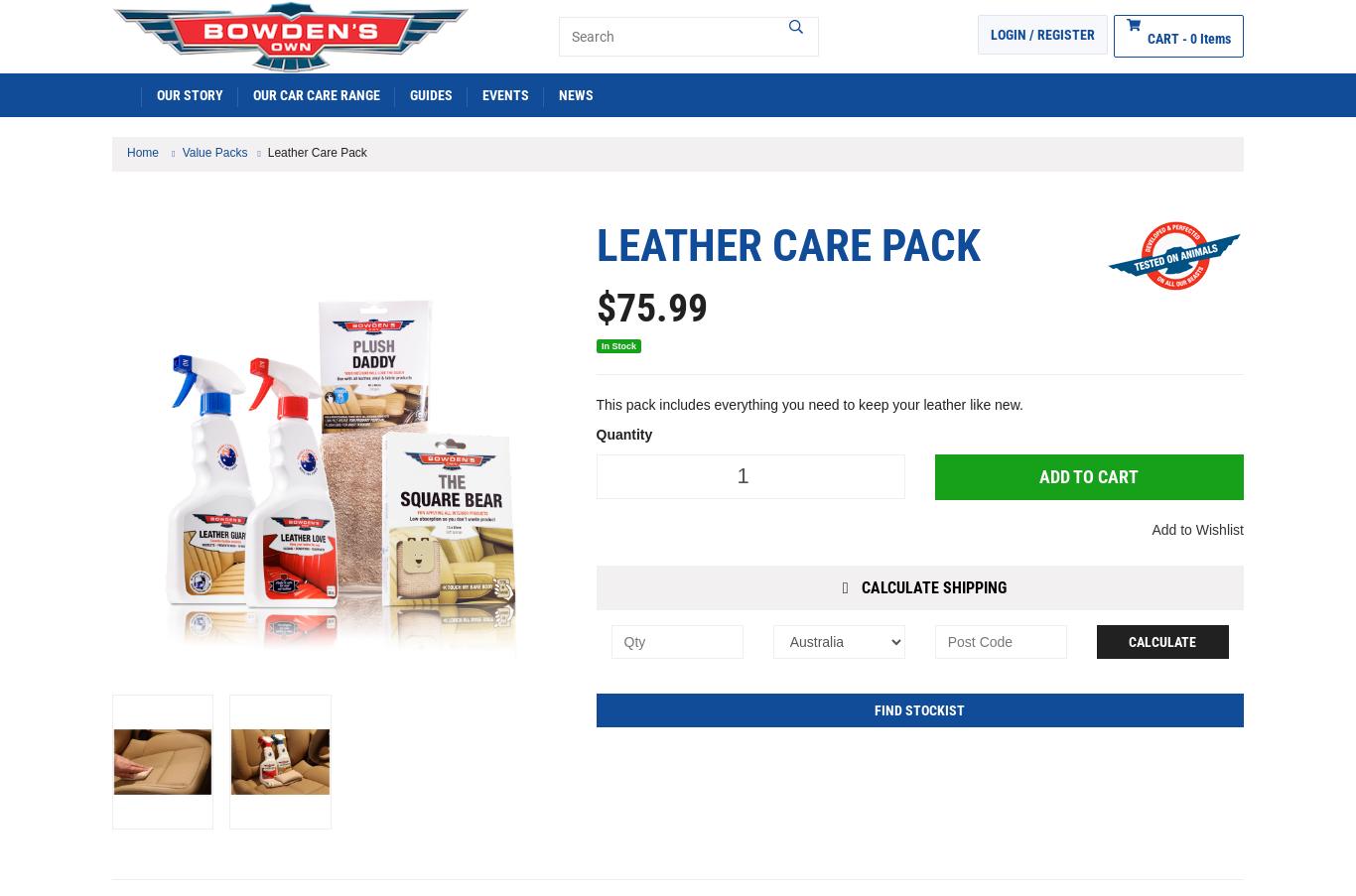  I want to click on 'Value Packs', so click(212, 150).